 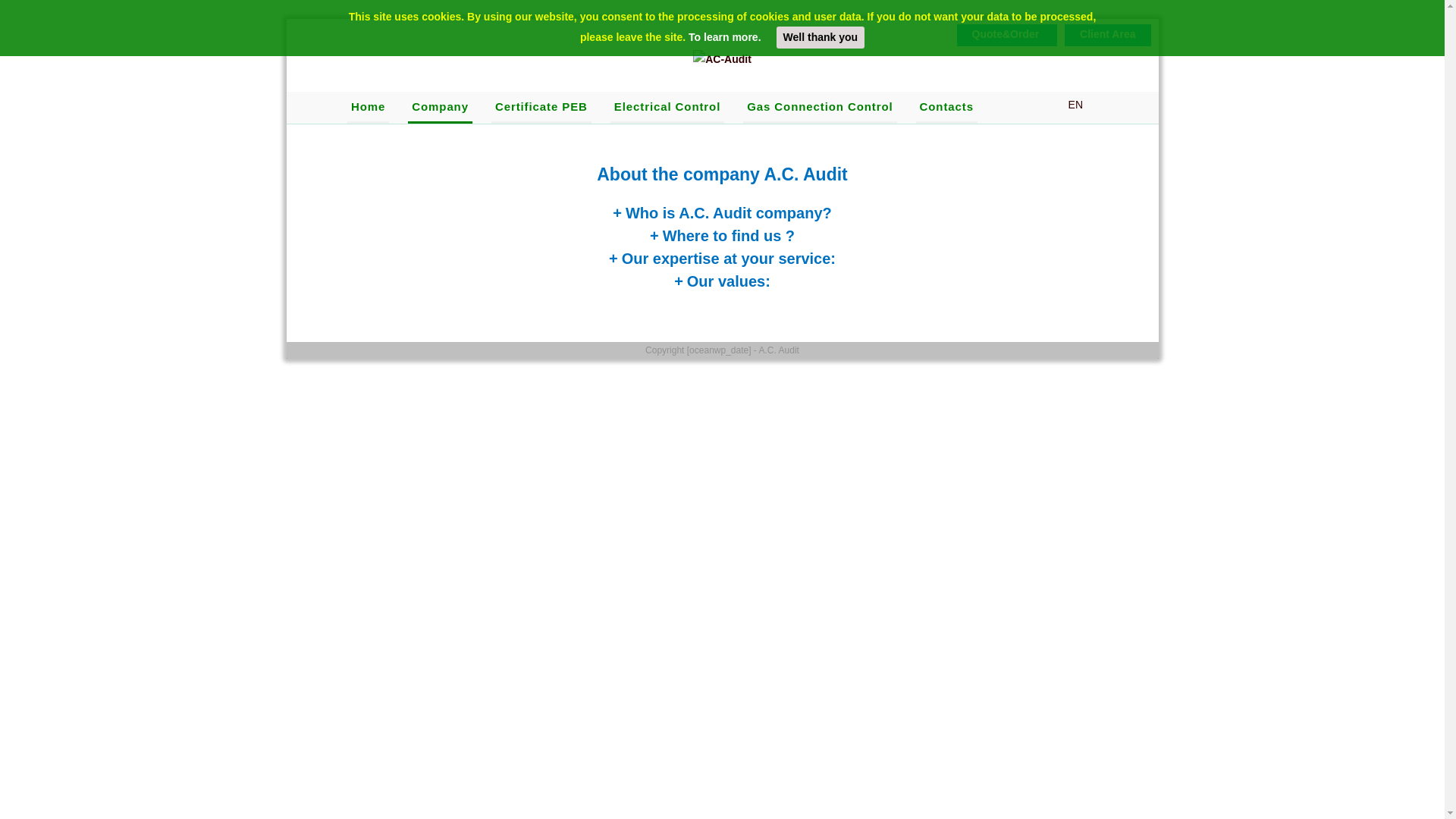 I want to click on 'Well thank you', so click(x=820, y=36).